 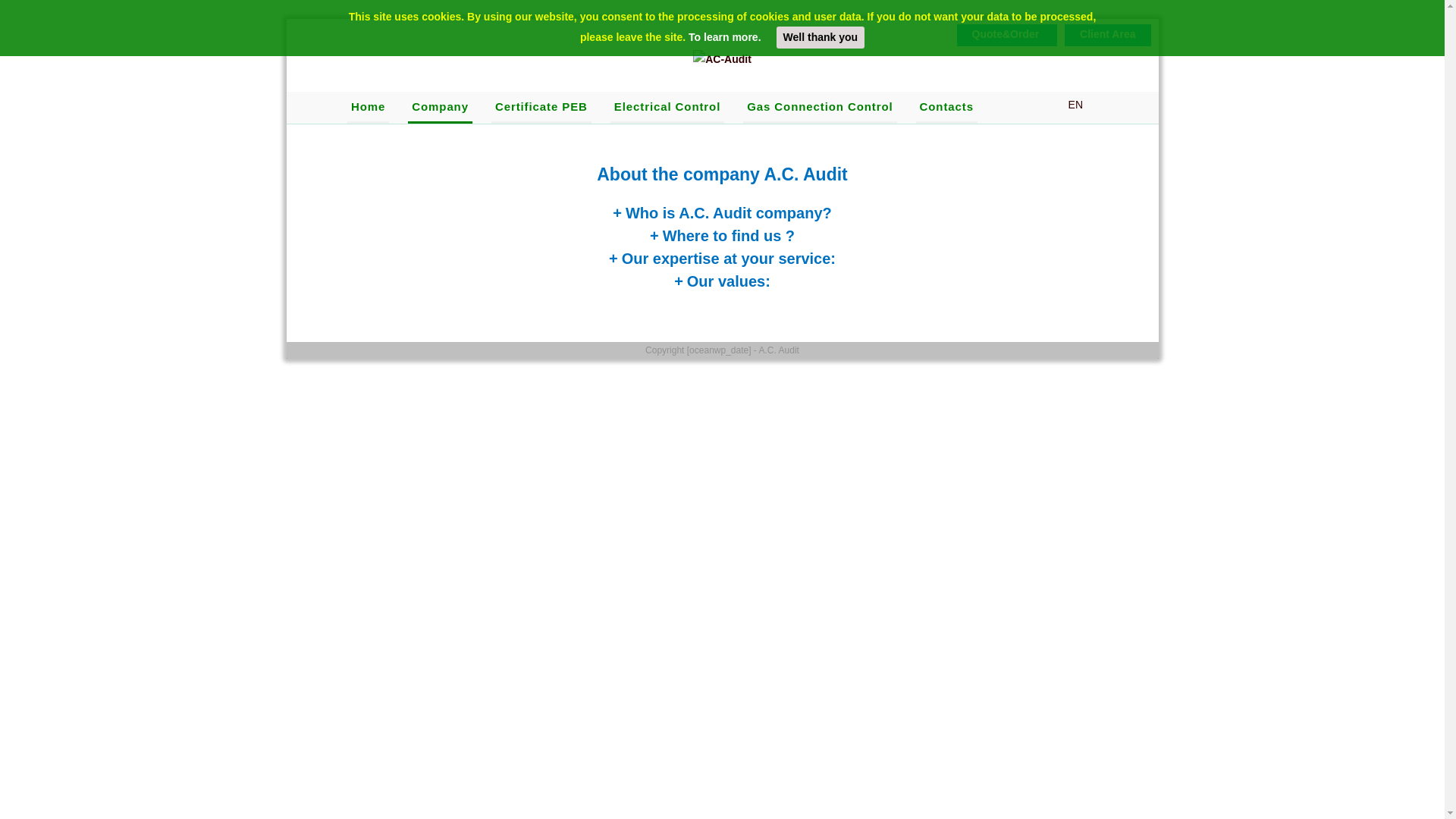 I want to click on 'Well thank you', so click(x=820, y=36).